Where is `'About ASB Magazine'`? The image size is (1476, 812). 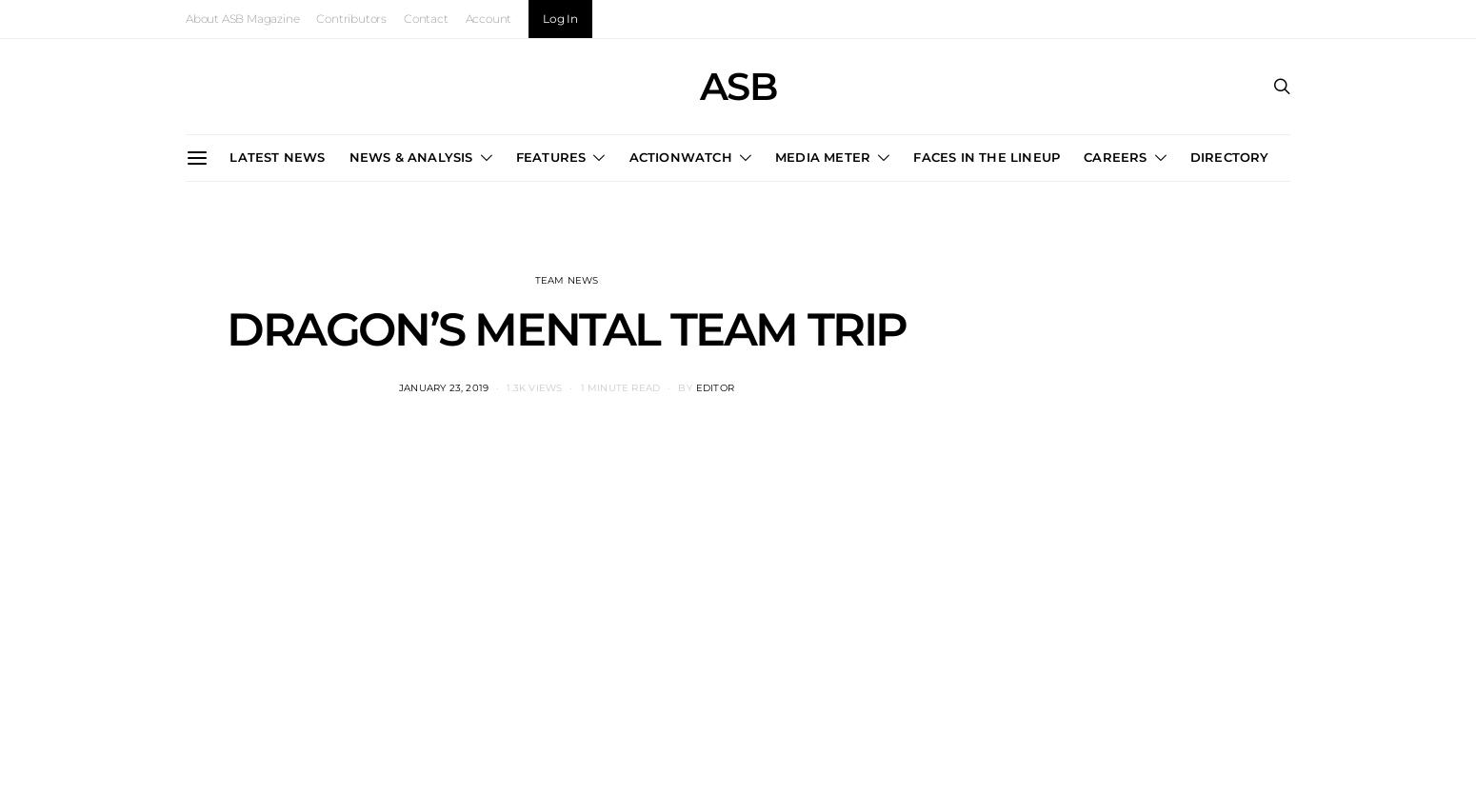
'About ASB Magazine' is located at coordinates (184, 17).